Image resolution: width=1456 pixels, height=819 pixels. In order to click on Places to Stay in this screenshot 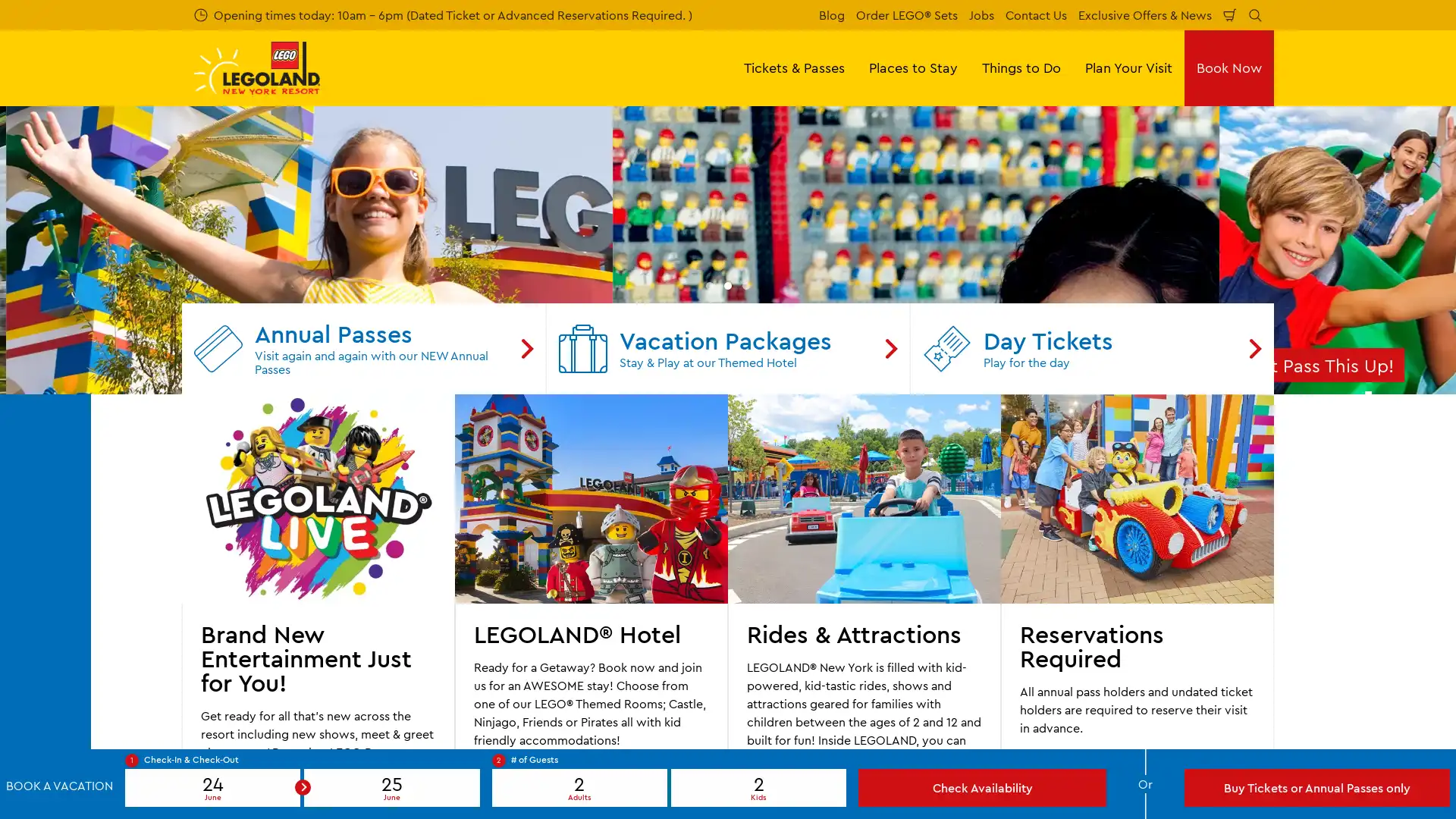, I will do `click(912, 67)`.